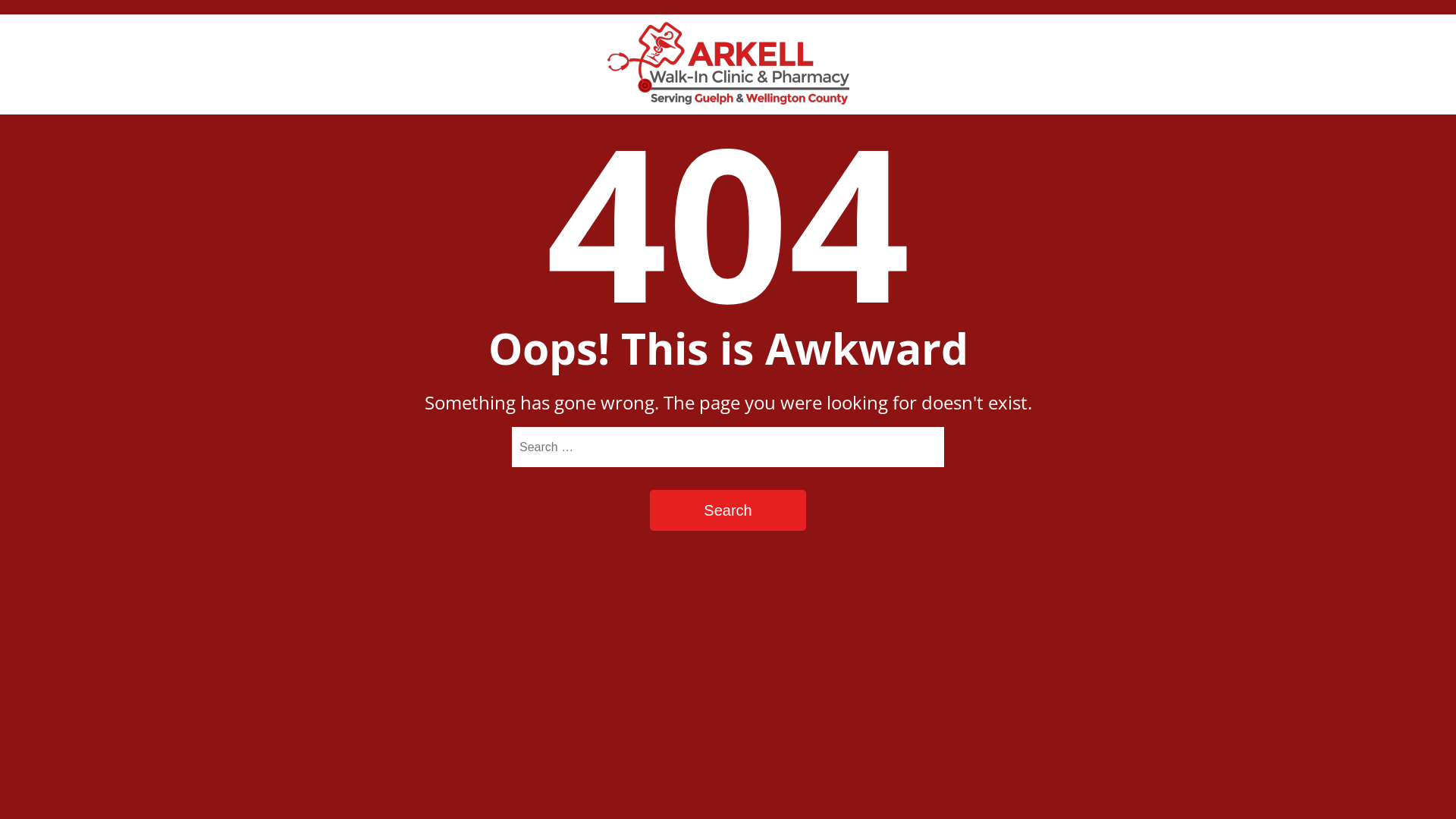 This screenshot has height=819, width=1456. I want to click on 'Search', so click(650, 510).